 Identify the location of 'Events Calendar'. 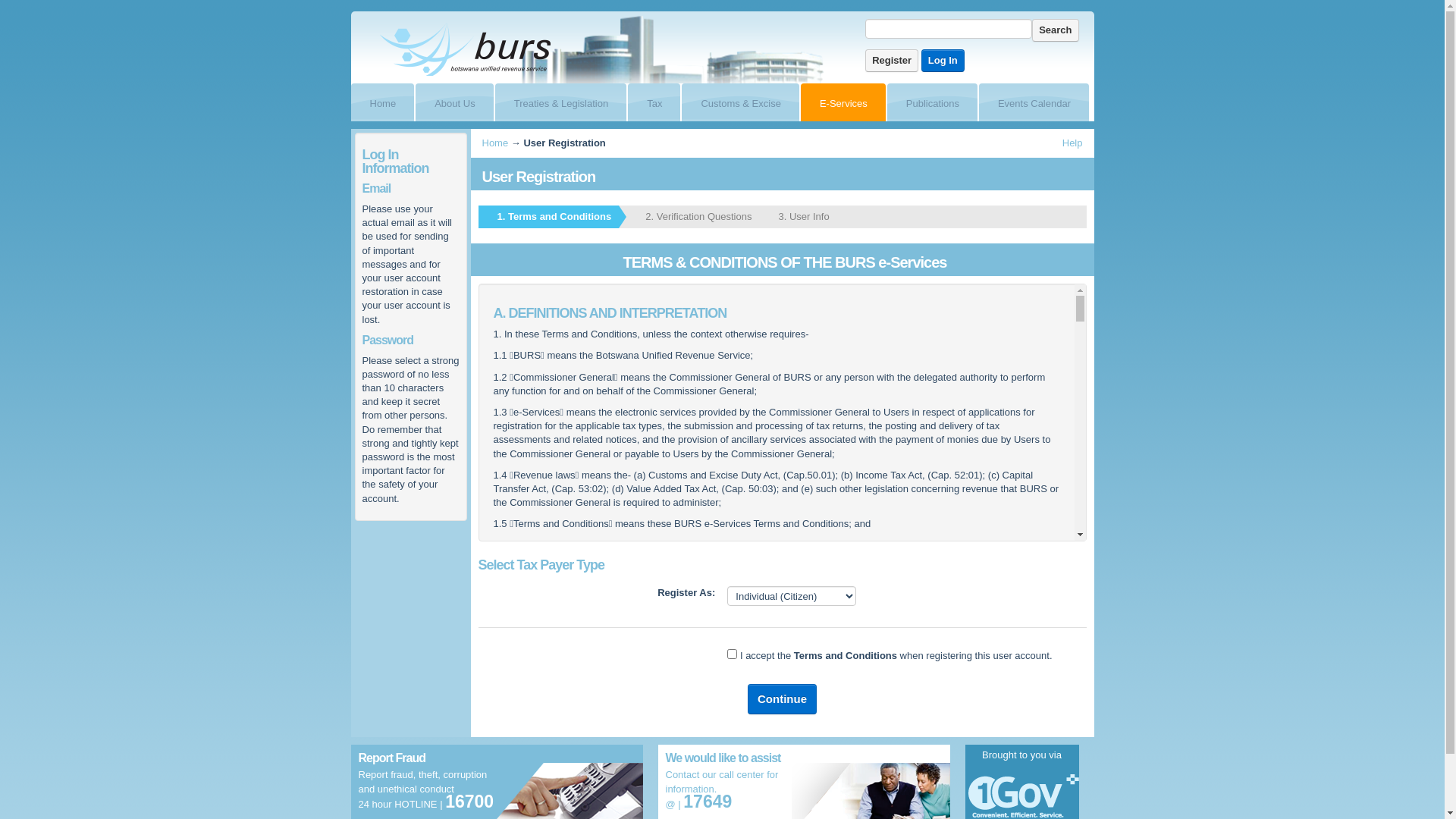
(1026, 102).